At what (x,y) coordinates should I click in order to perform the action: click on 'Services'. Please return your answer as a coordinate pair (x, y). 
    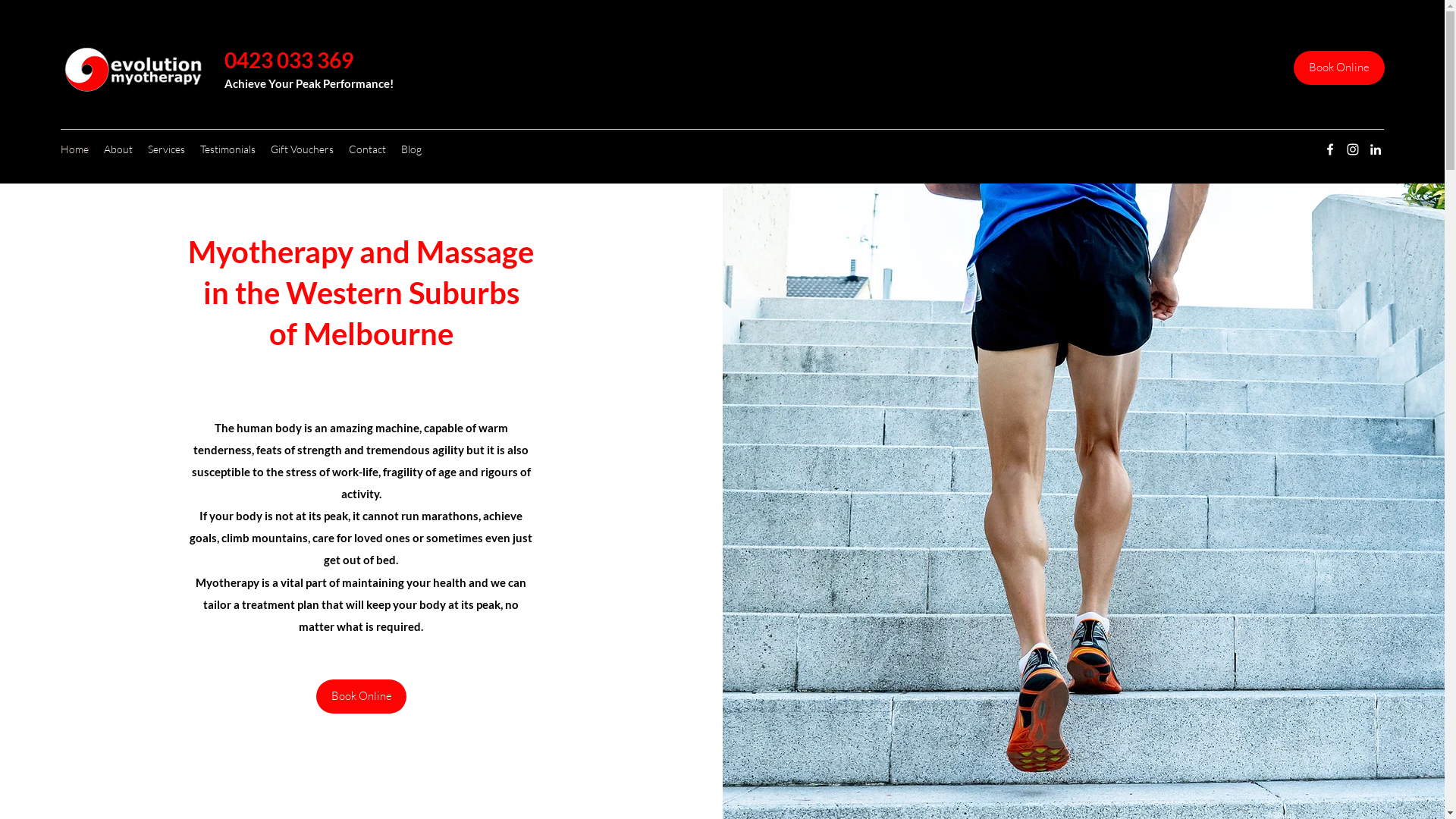
    Looking at the image, I should click on (140, 149).